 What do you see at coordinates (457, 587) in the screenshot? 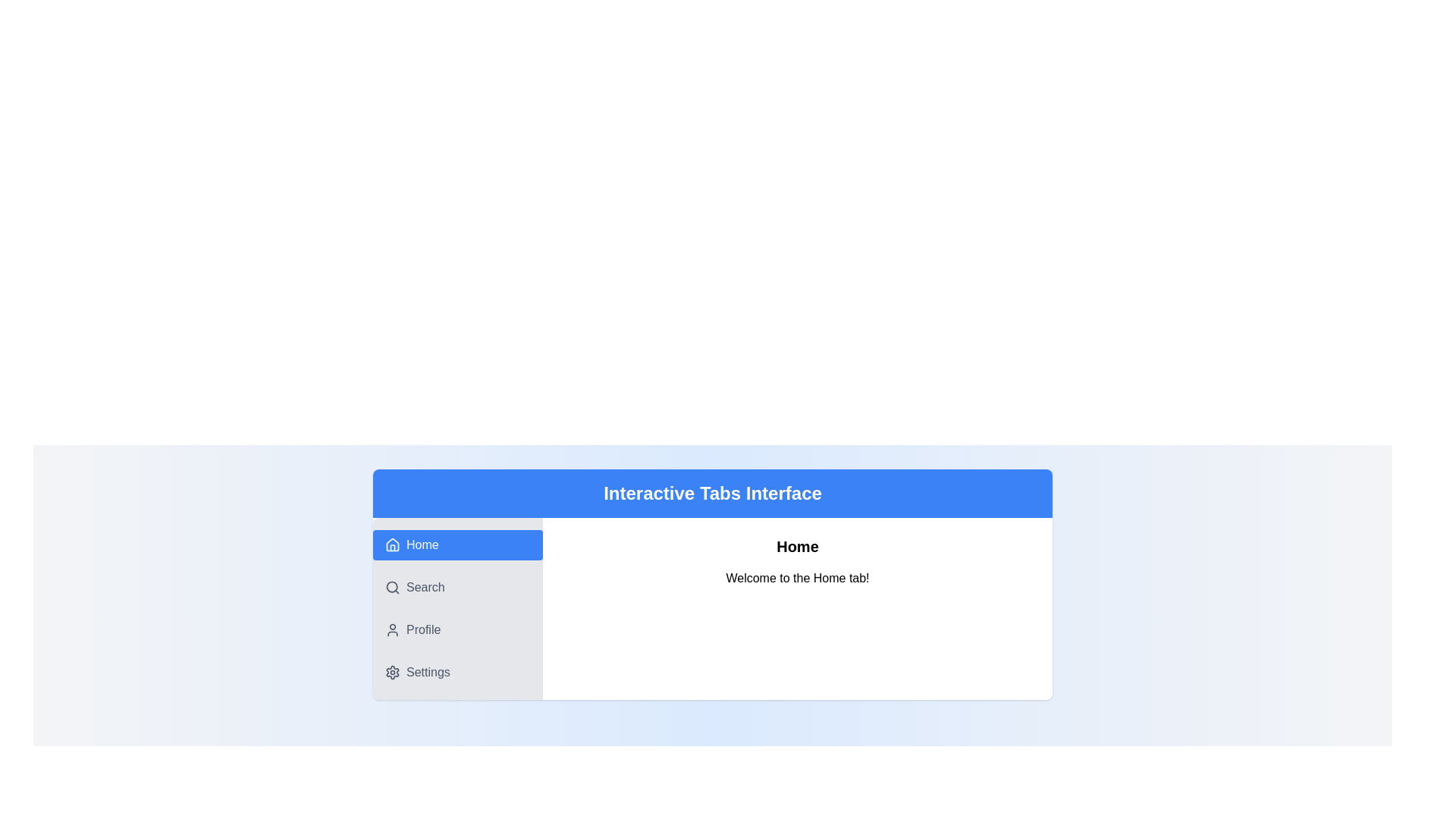
I see `the Search tab by clicking on its corresponding tab element` at bounding box center [457, 587].